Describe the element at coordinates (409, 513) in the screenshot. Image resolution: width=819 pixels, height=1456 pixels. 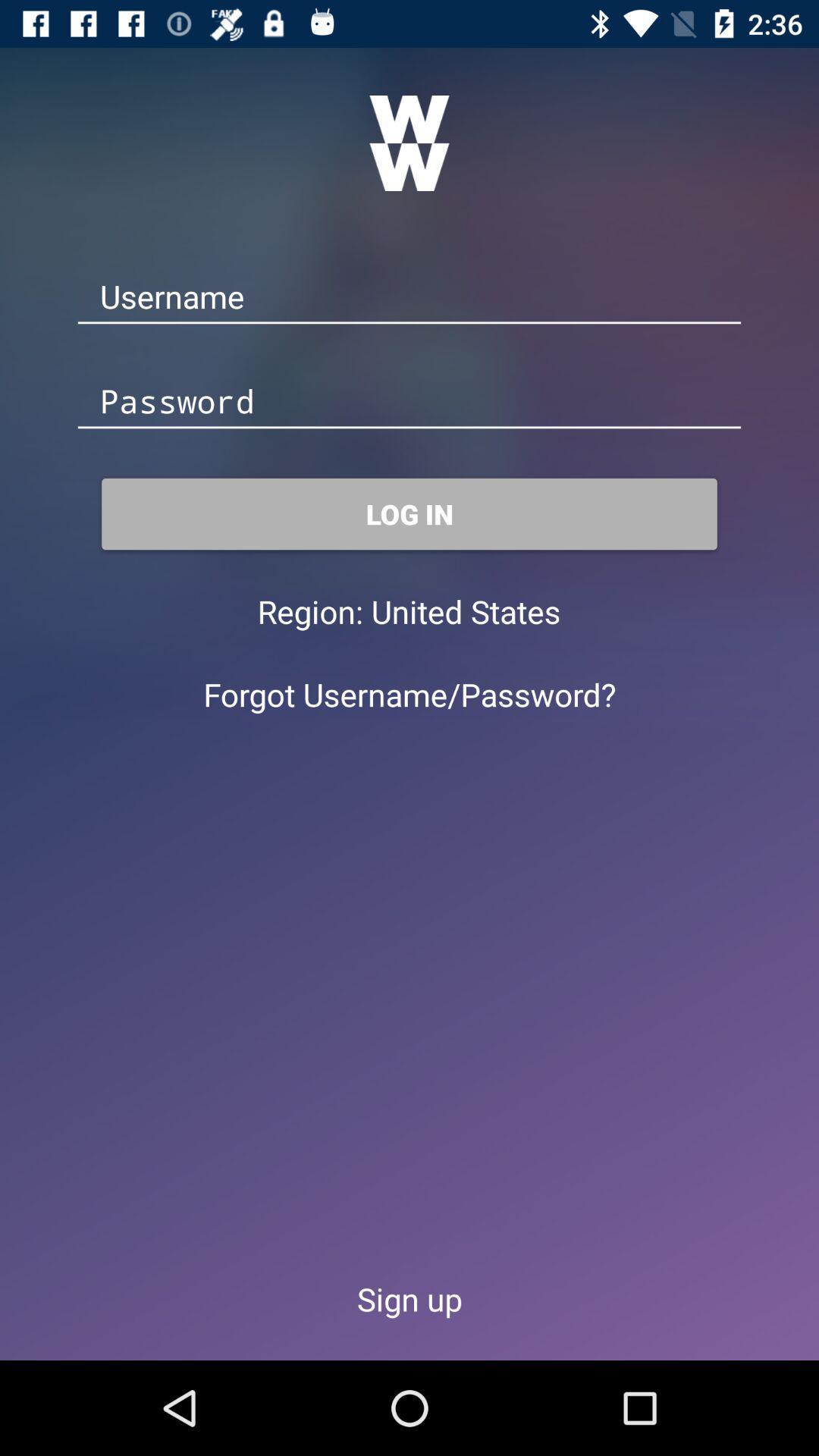
I see `the log in item` at that location.